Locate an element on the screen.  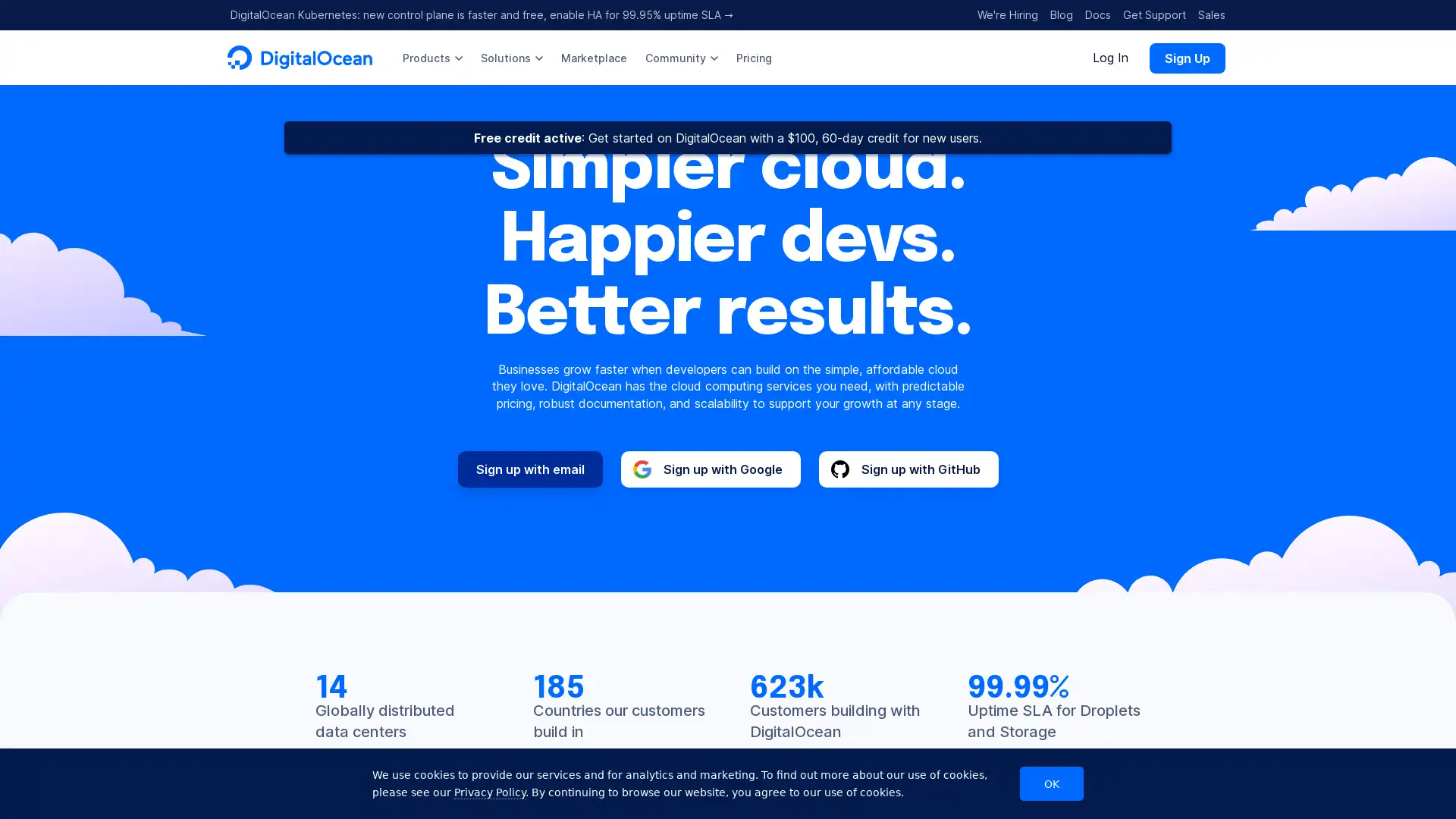
Sign Up is located at coordinates (1186, 57).